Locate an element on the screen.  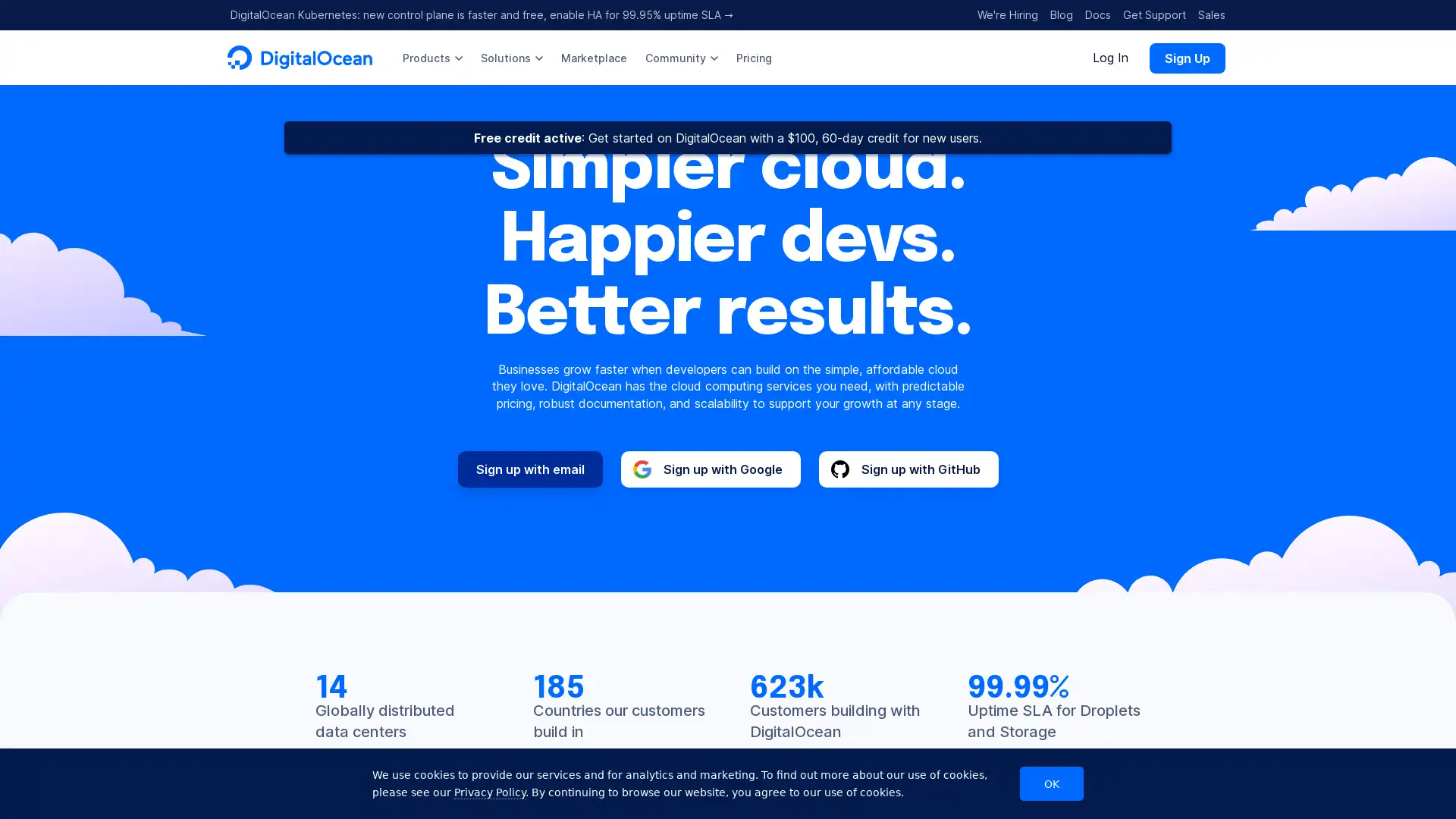
Sign Up is located at coordinates (1186, 57).